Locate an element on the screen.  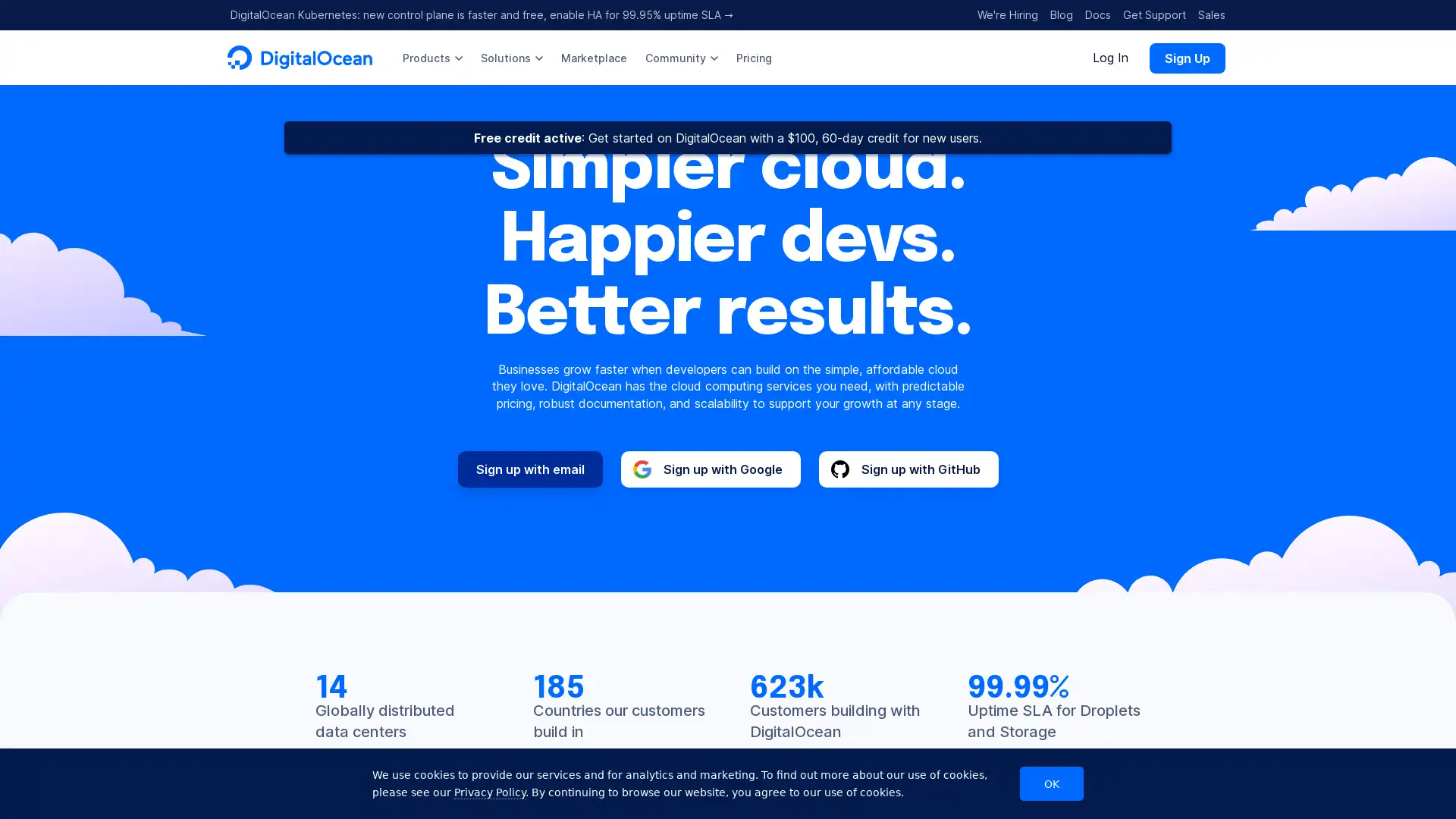
Sign Up is located at coordinates (1186, 57).